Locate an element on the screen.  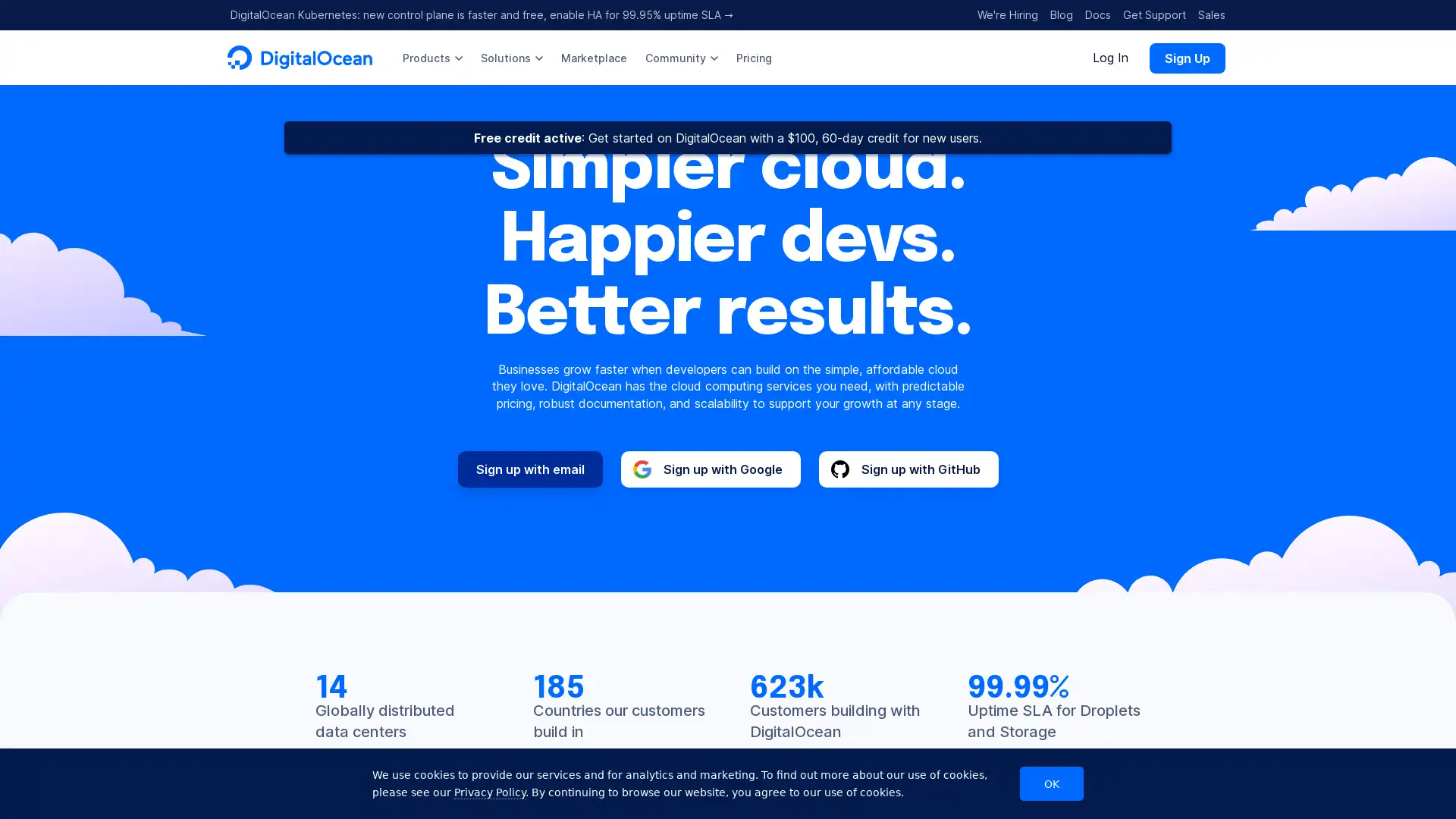
Sign Up is located at coordinates (1186, 57).